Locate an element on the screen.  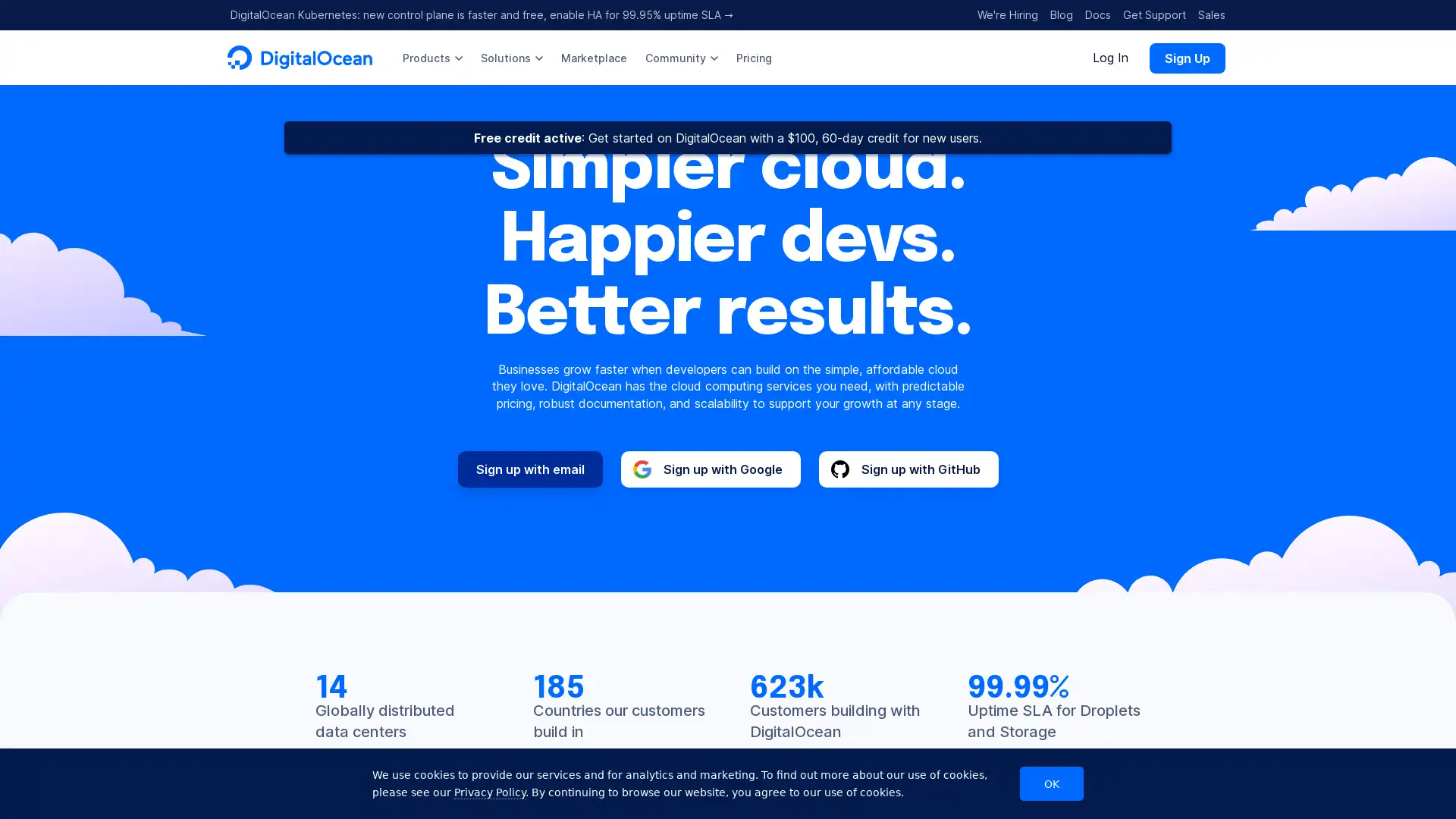
Sign Up is located at coordinates (1186, 57).